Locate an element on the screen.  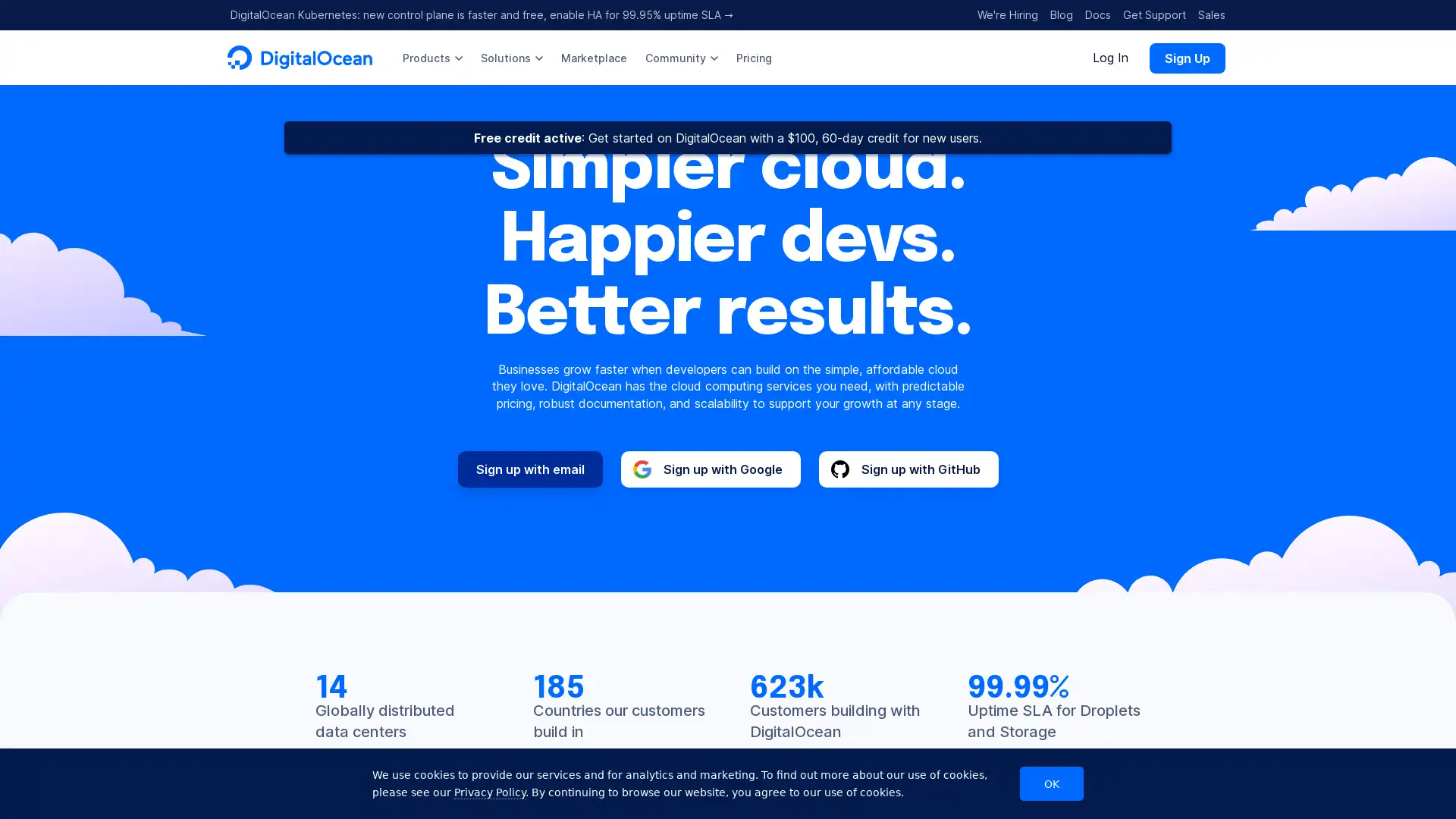
Sign Up is located at coordinates (1186, 57).